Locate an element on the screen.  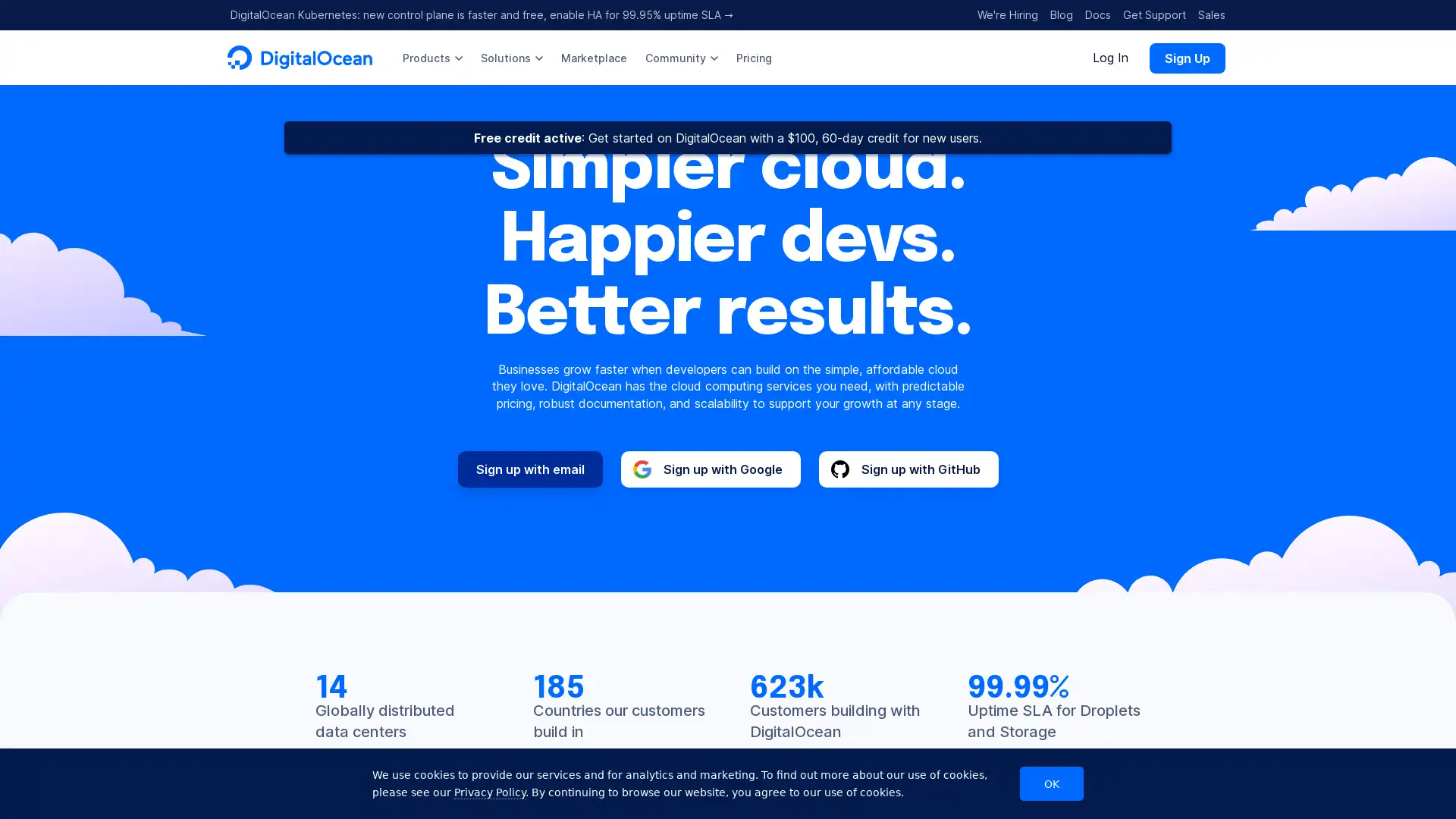
Sign Up is located at coordinates (1186, 57).